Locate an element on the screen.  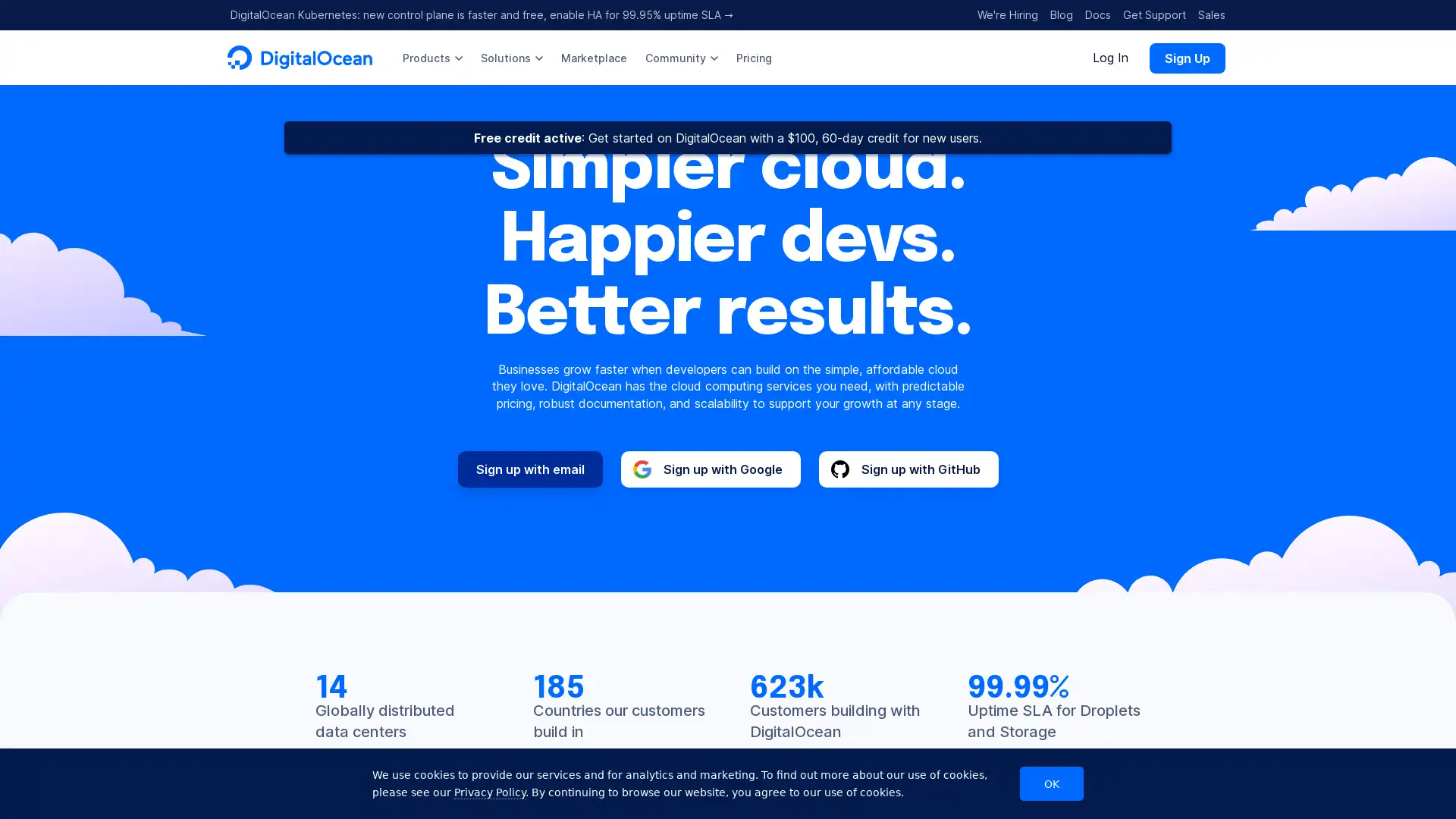
Sign Up is located at coordinates (1186, 57).